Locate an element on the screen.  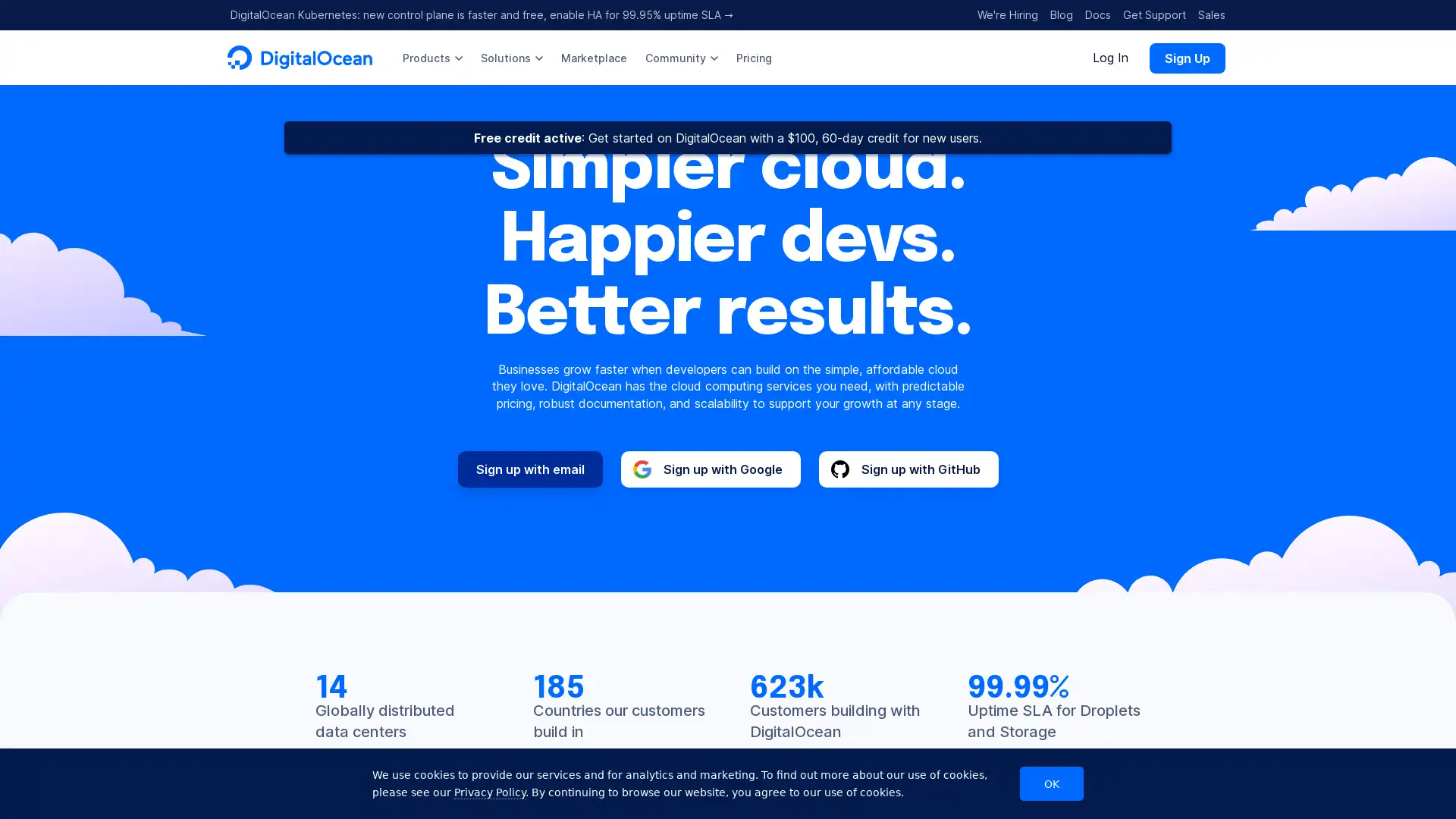
Sign Up is located at coordinates (1186, 57).